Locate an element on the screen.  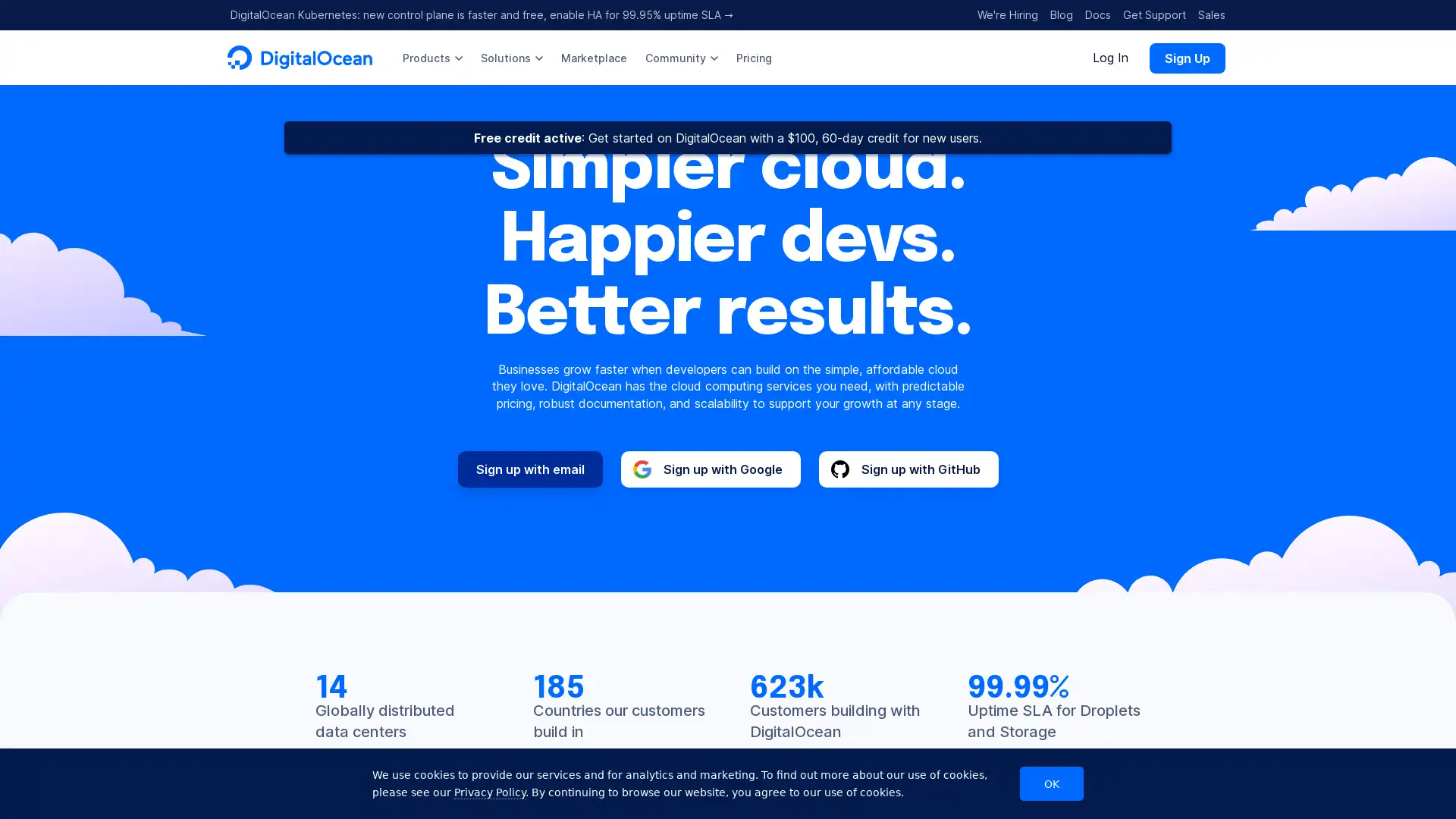
Sign Up is located at coordinates (1186, 57).